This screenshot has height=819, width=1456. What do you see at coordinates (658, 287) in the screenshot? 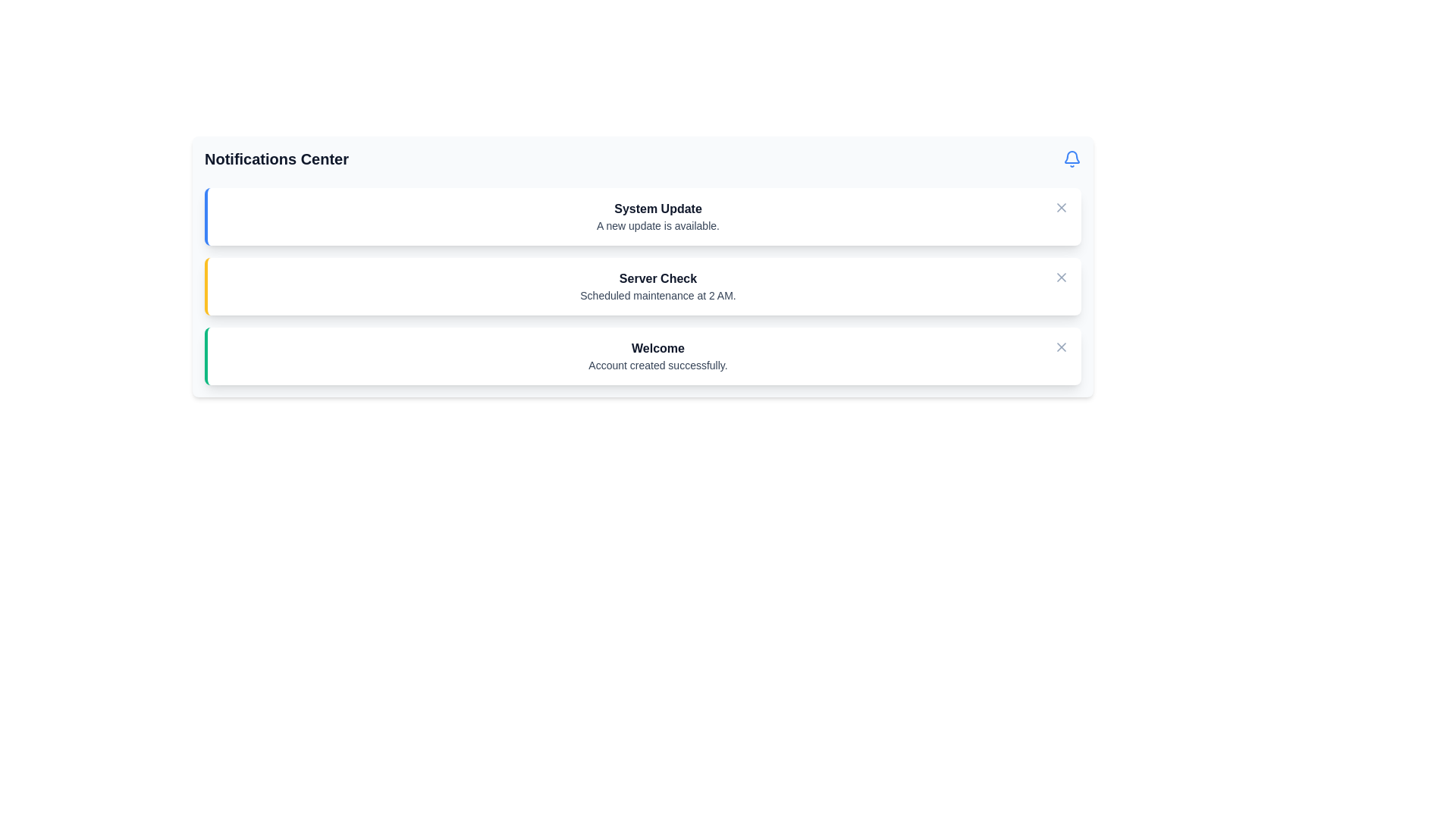
I see `the notification text block containing the title 'Server Check' and the description 'Scheduled maintenance at 2 AM.' which is the second card in the vertically stacked list of notifications` at bounding box center [658, 287].